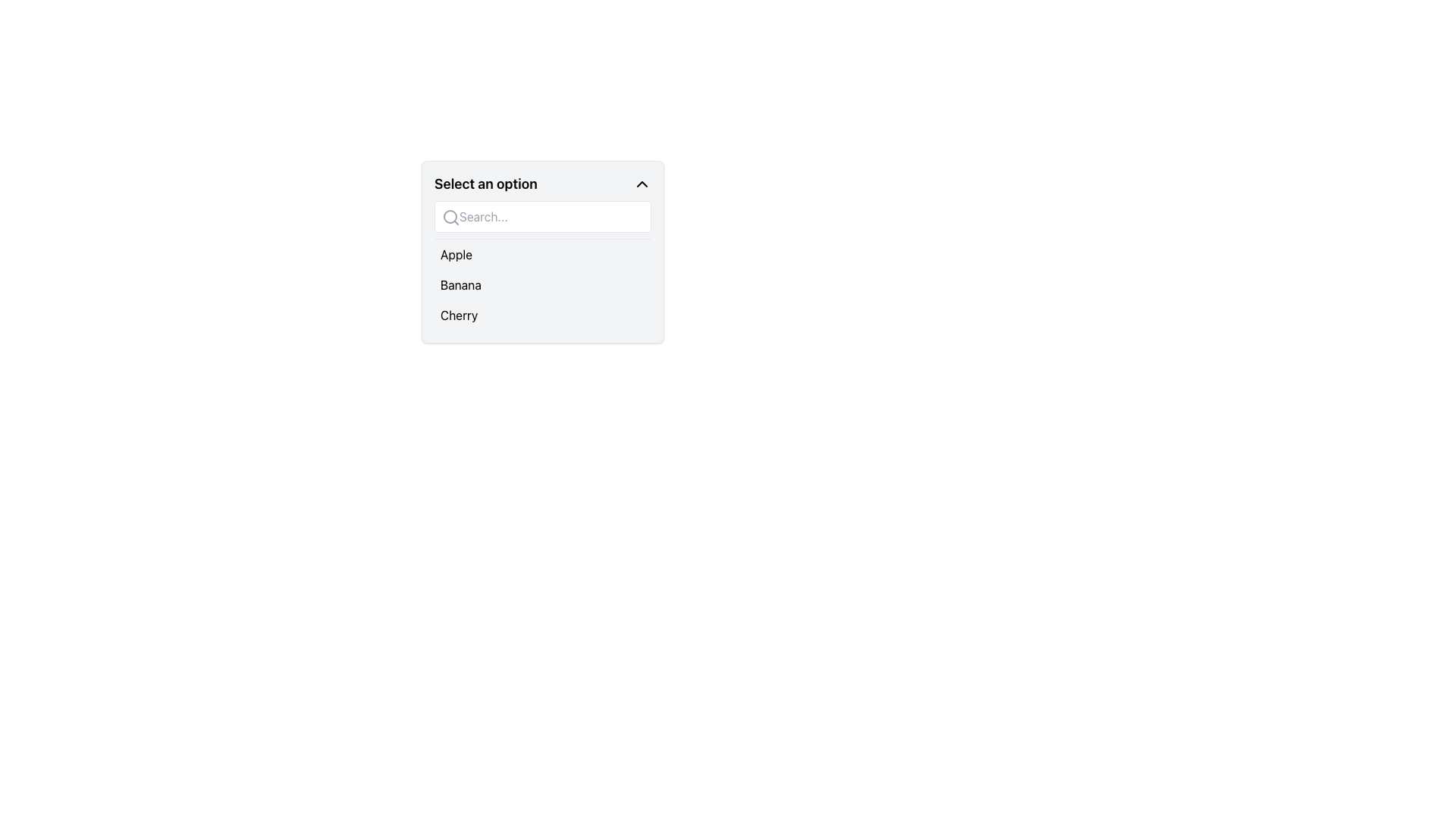  Describe the element at coordinates (542, 315) in the screenshot. I see `to select the 'Cherry' option from the dropdown menu located below 'Apple' and 'Banana'` at that location.